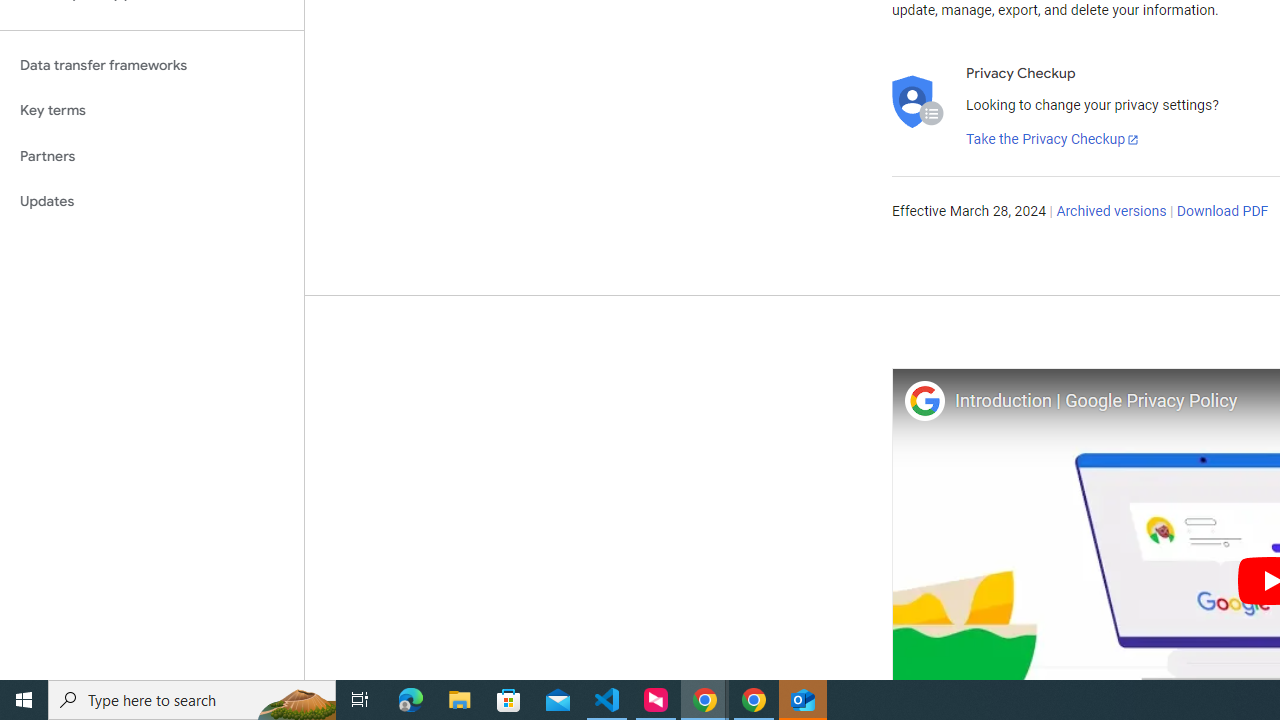  What do you see at coordinates (1110, 212) in the screenshot?
I see `'Archived versions'` at bounding box center [1110, 212].